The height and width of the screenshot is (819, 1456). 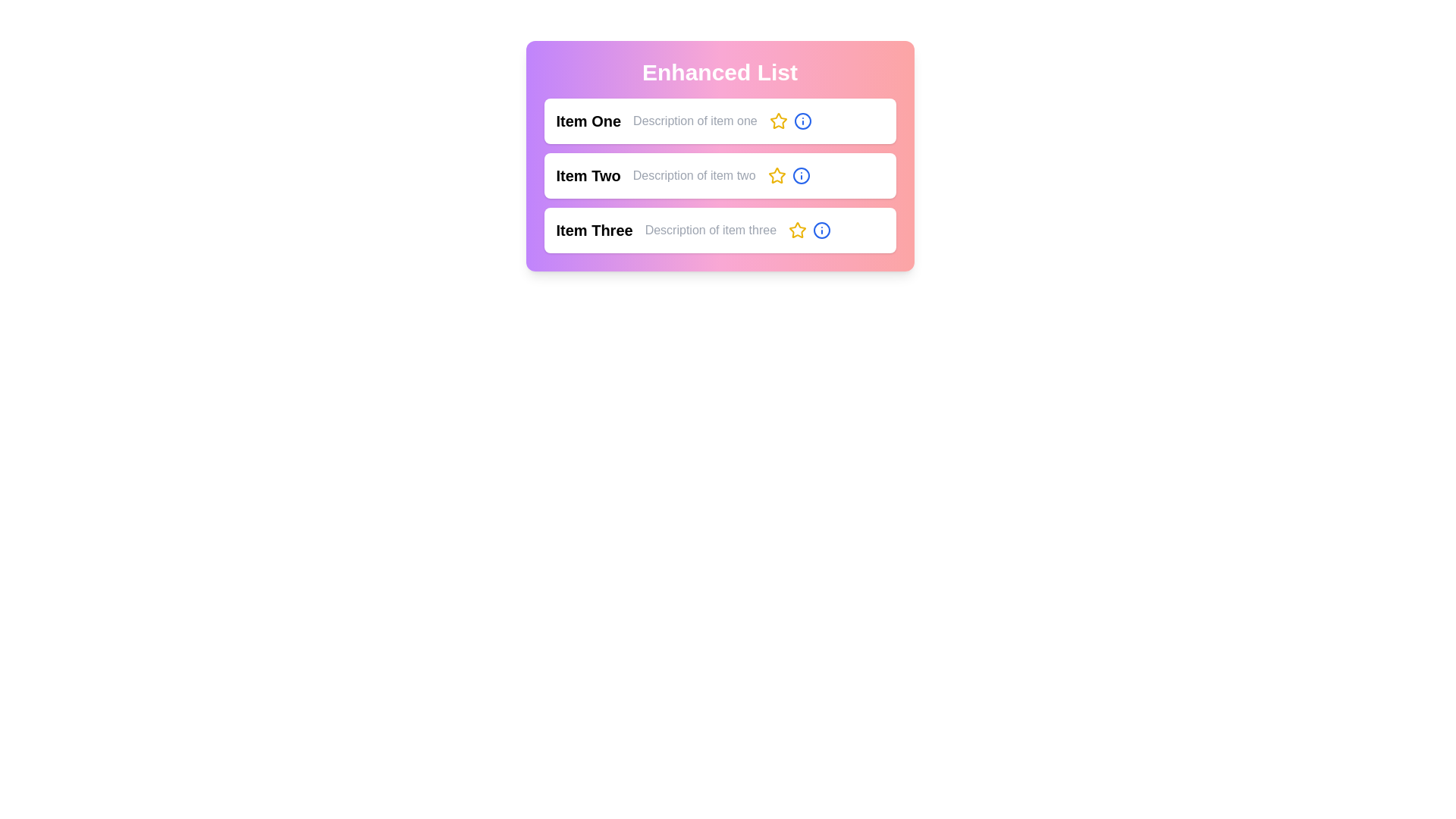 What do you see at coordinates (588, 174) in the screenshot?
I see `the title of item Item Two to visually interact with it` at bounding box center [588, 174].